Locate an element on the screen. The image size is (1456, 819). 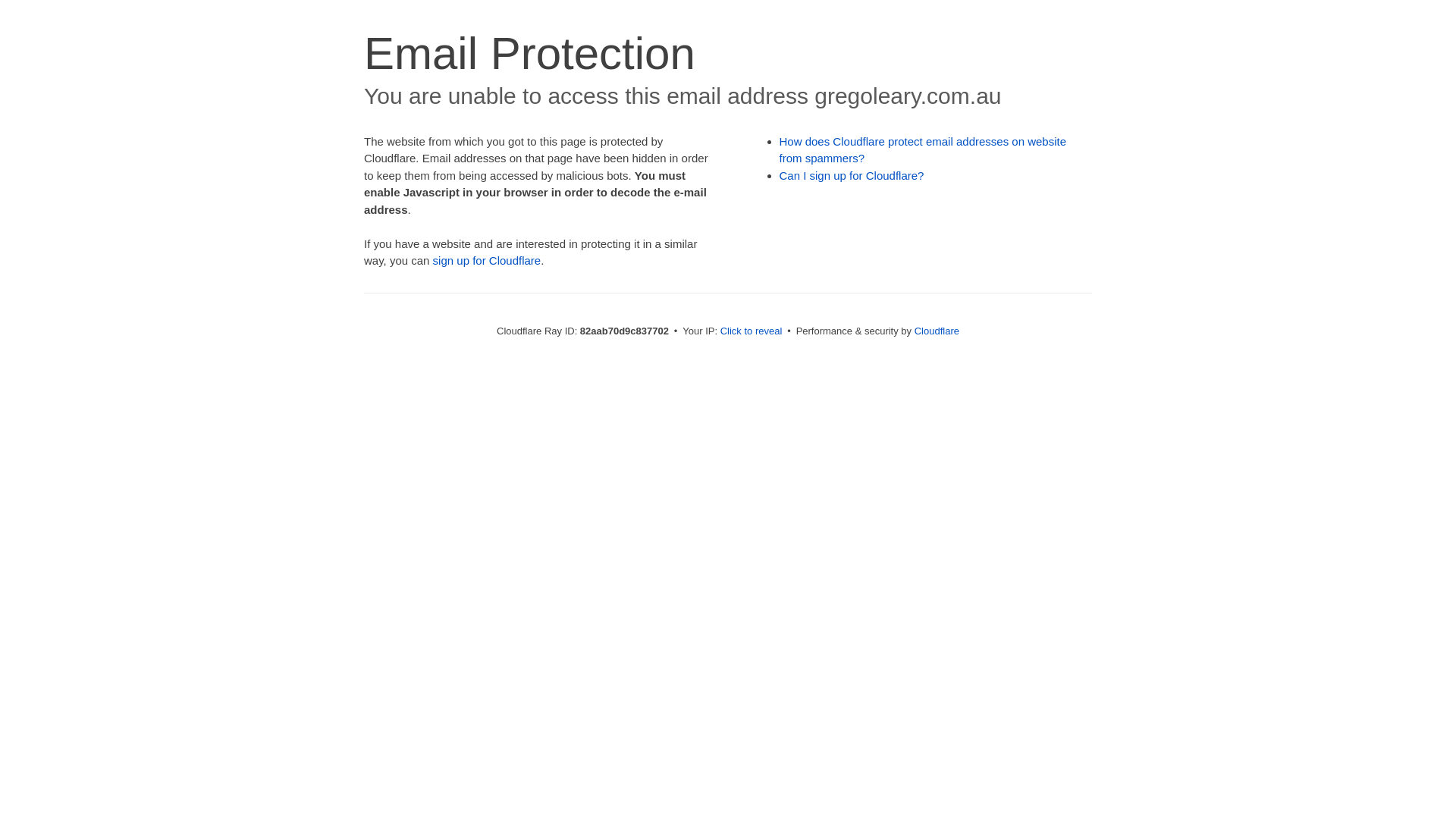
'sign up for Cloudflare' is located at coordinates (432, 259).